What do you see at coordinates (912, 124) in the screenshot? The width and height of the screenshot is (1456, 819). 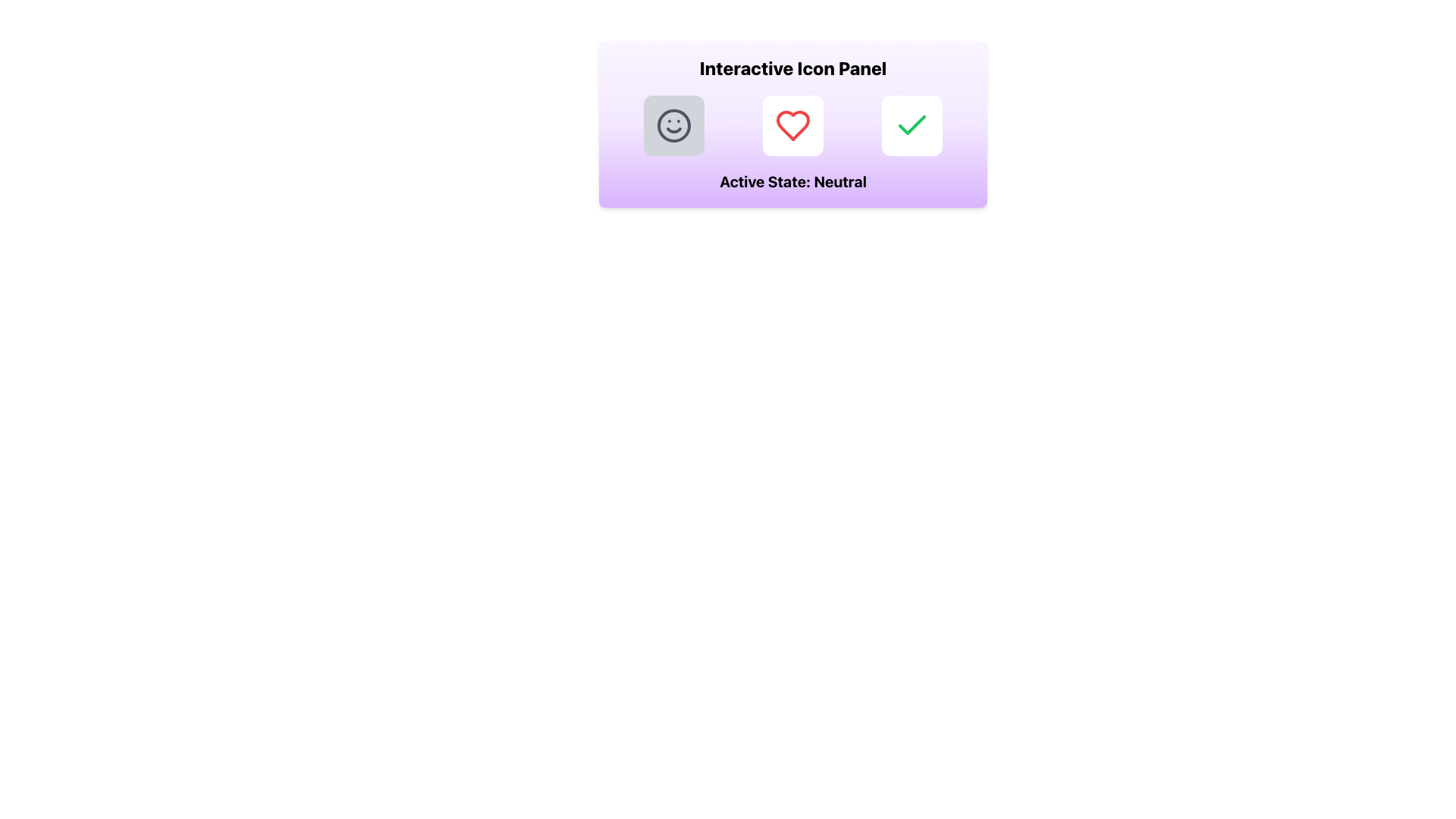 I see `the status indicator icon` at bounding box center [912, 124].